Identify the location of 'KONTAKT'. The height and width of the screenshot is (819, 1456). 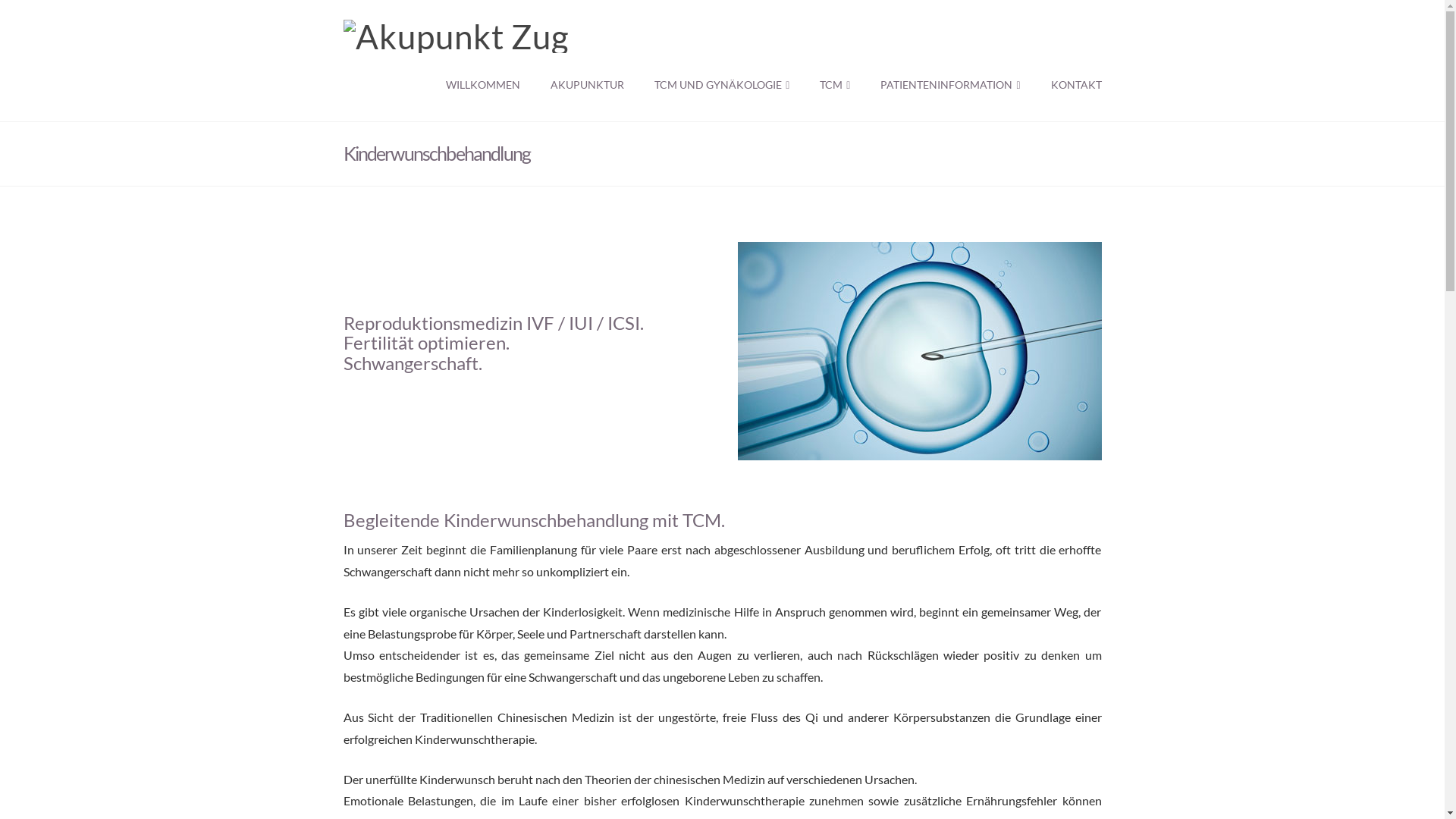
(1068, 87).